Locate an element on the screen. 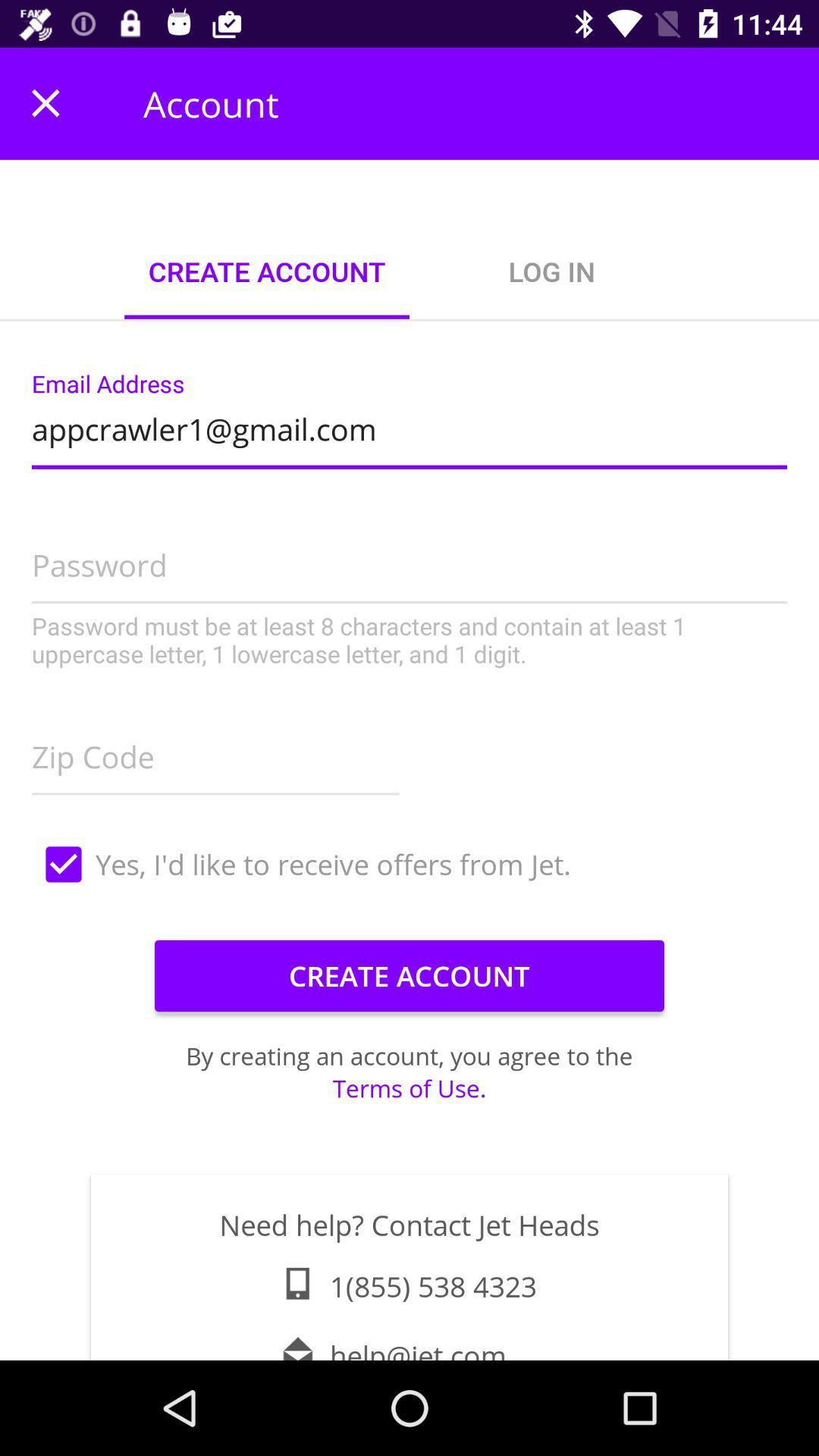 The height and width of the screenshot is (1456, 819). yes i d item is located at coordinates (409, 864).